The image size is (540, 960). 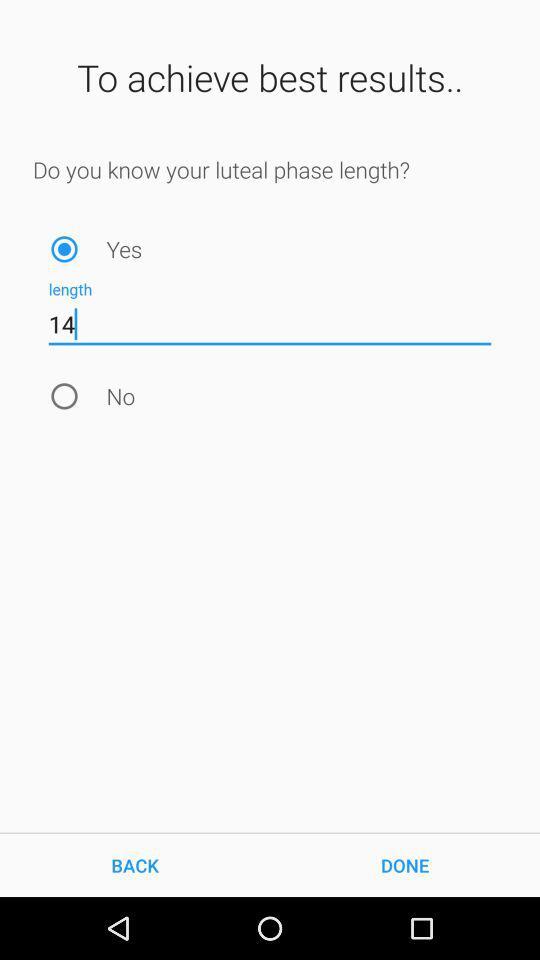 I want to click on yes option, so click(x=64, y=248).